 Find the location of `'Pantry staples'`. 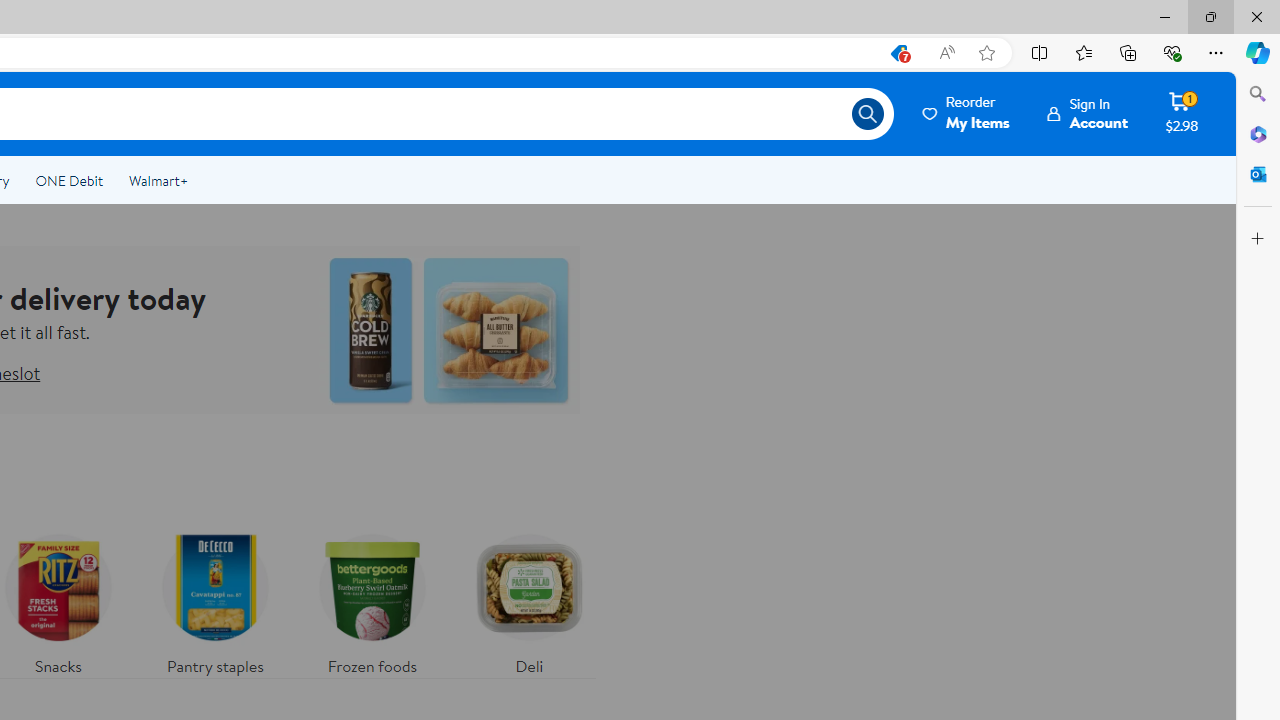

'Pantry staples' is located at coordinates (215, 598).